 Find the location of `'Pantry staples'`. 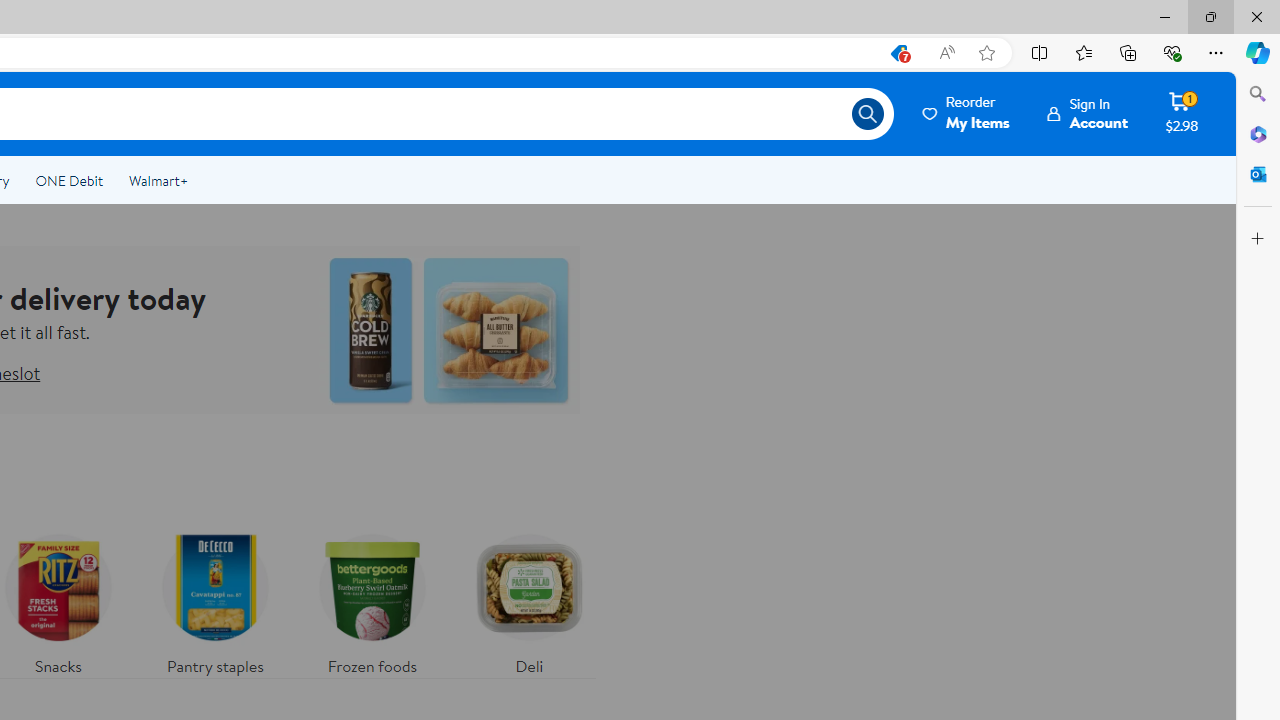

'Pantry staples' is located at coordinates (215, 598).